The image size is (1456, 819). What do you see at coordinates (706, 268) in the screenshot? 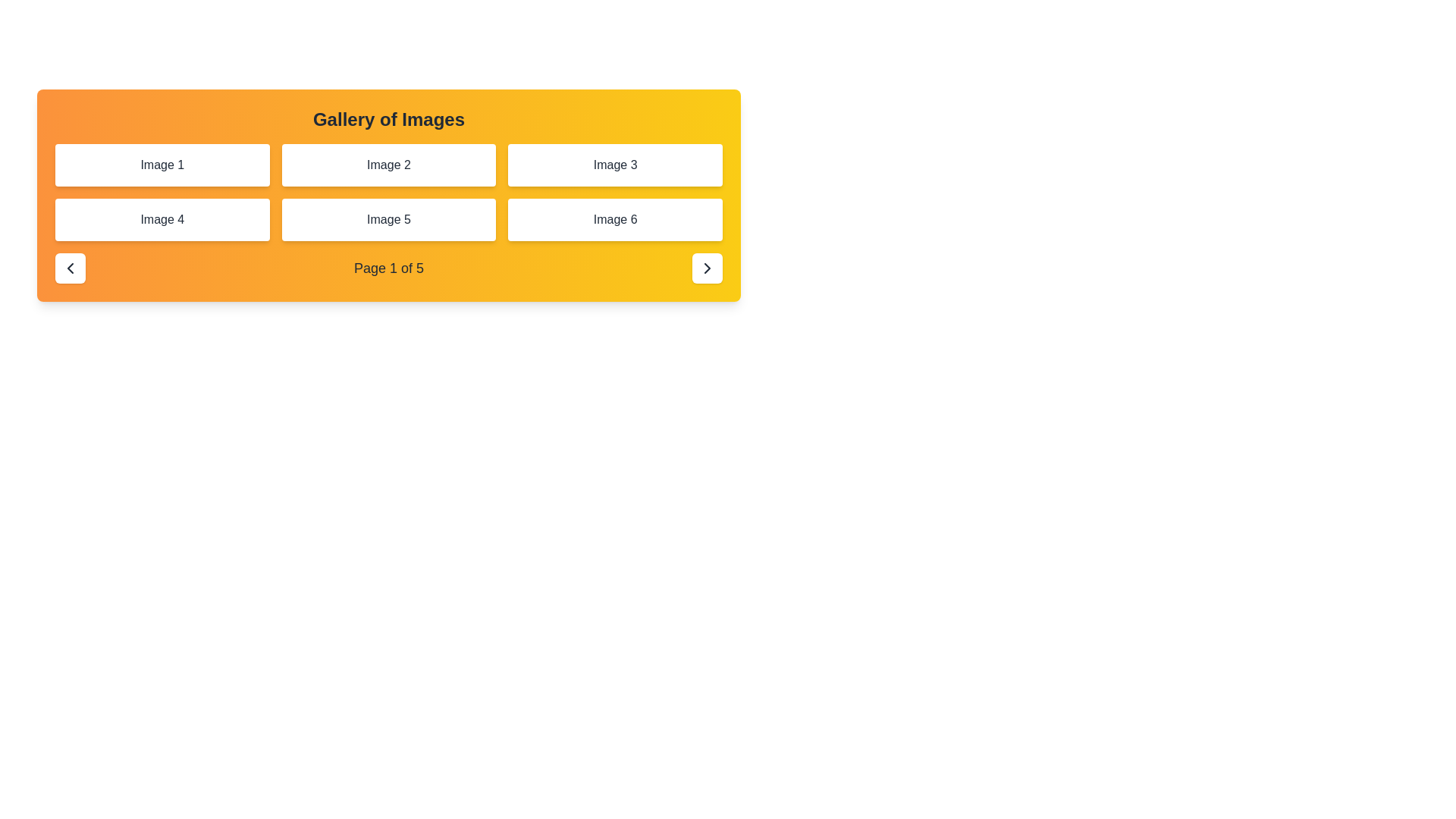
I see `the circular button with a white background and a black chevron pointing to the right, which is located on the right side of the 'Page 1 of 5' text` at bounding box center [706, 268].